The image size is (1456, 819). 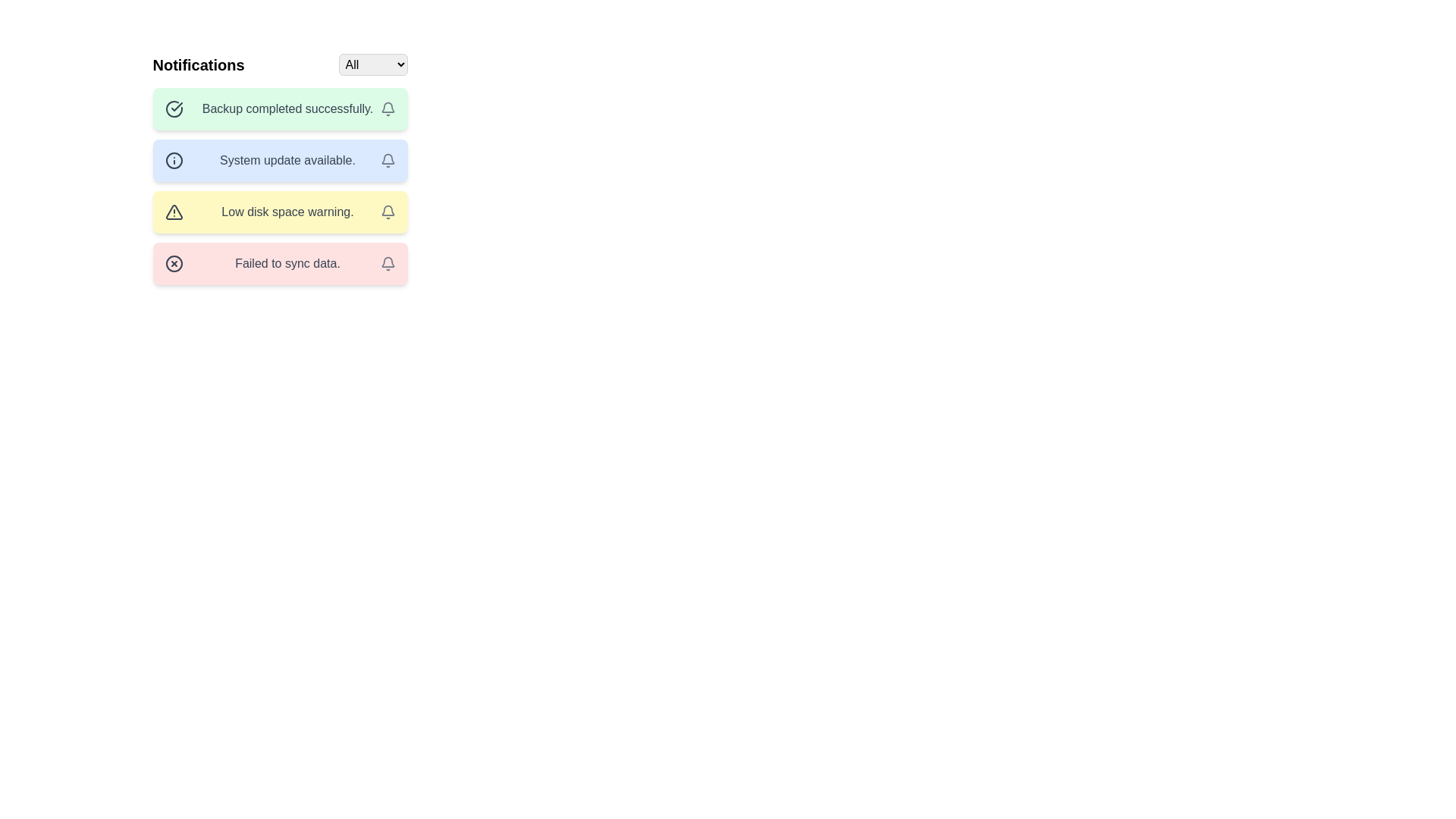 I want to click on the notification icon representing the last message labeled 'Failed to sync data', so click(x=388, y=210).